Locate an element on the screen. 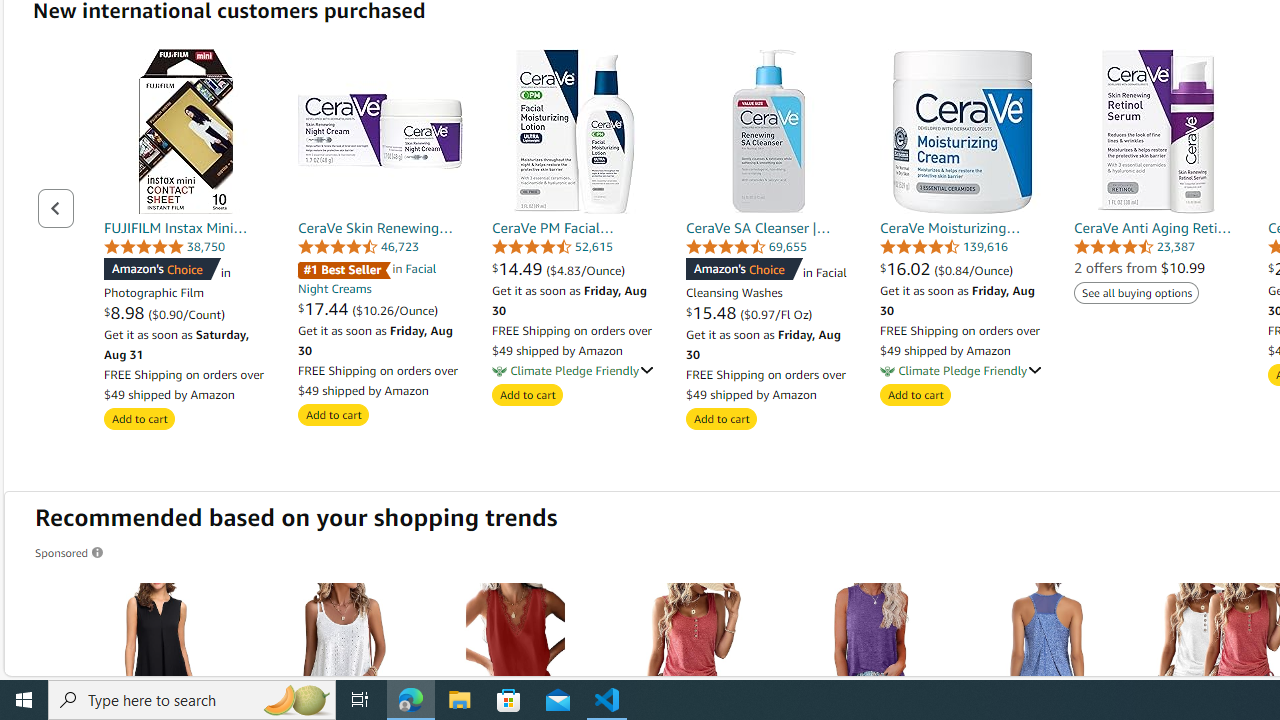 The width and height of the screenshot is (1280, 720). 'Leave feedback on Sponsored ad' is located at coordinates (70, 552).